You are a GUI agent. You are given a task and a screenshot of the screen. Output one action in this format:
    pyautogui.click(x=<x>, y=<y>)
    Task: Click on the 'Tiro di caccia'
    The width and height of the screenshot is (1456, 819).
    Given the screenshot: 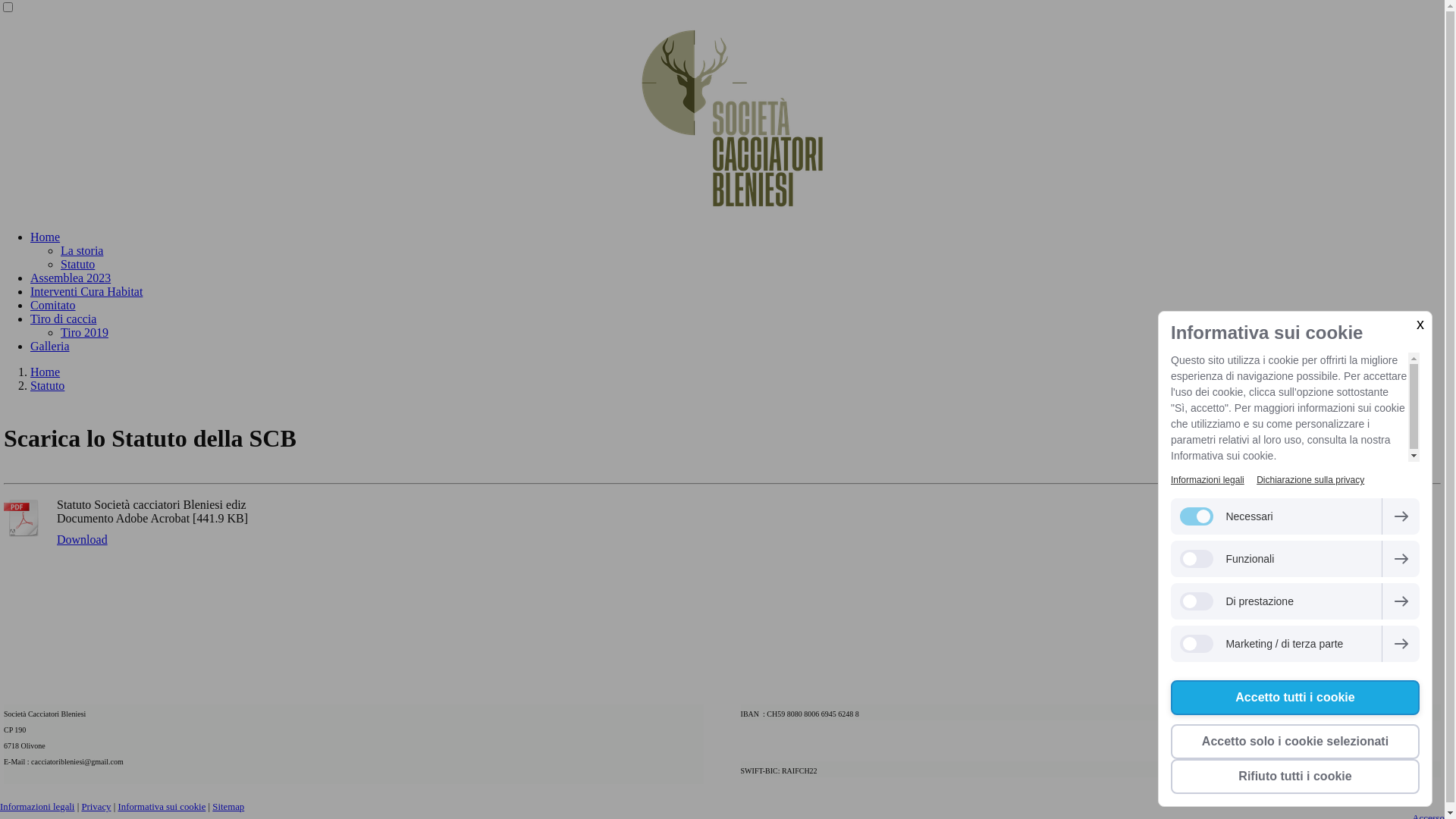 What is the action you would take?
    pyautogui.click(x=30, y=318)
    